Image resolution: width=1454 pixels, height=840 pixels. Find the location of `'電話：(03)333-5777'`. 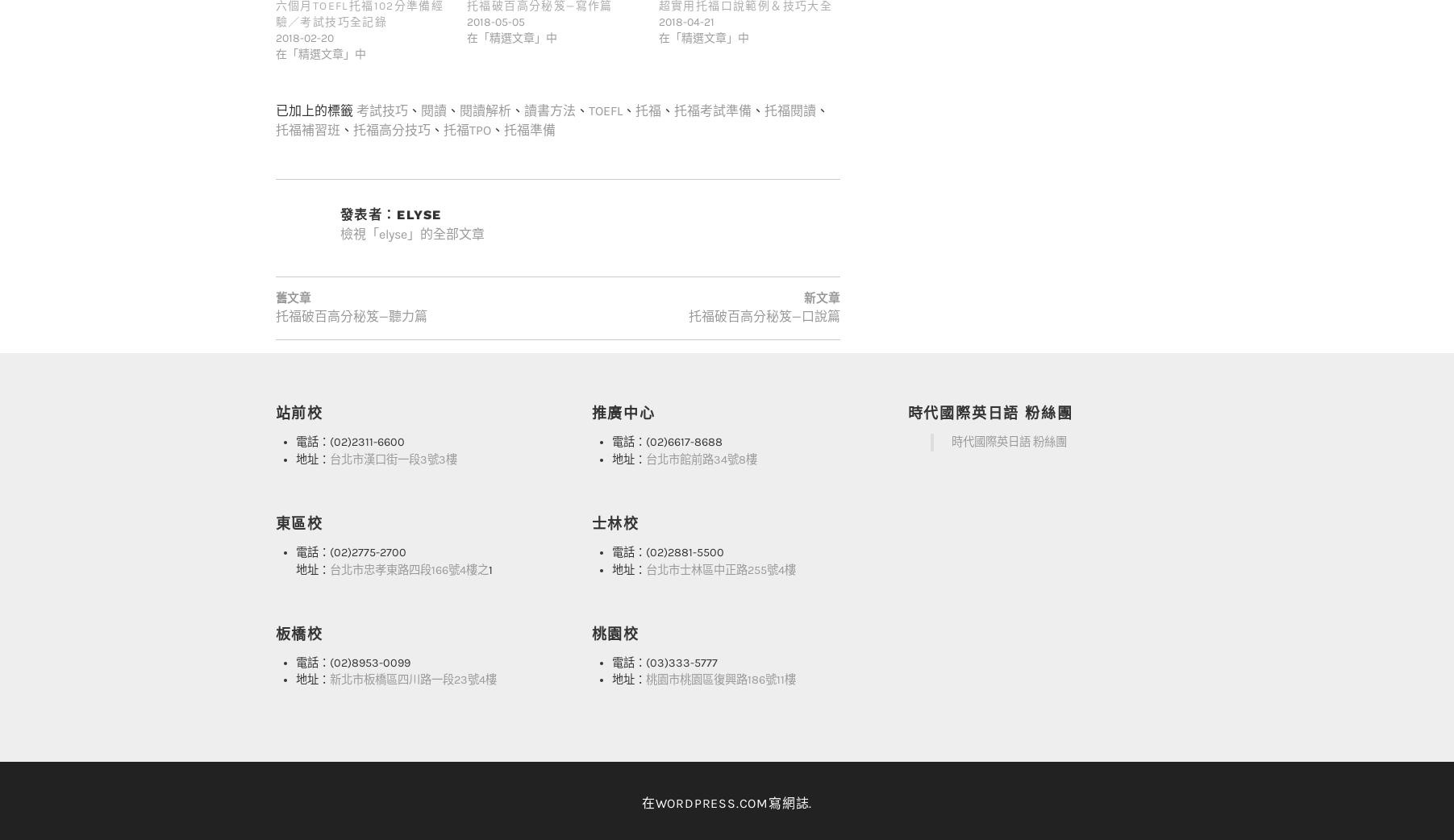

'電話：(03)333-5777' is located at coordinates (663, 629).